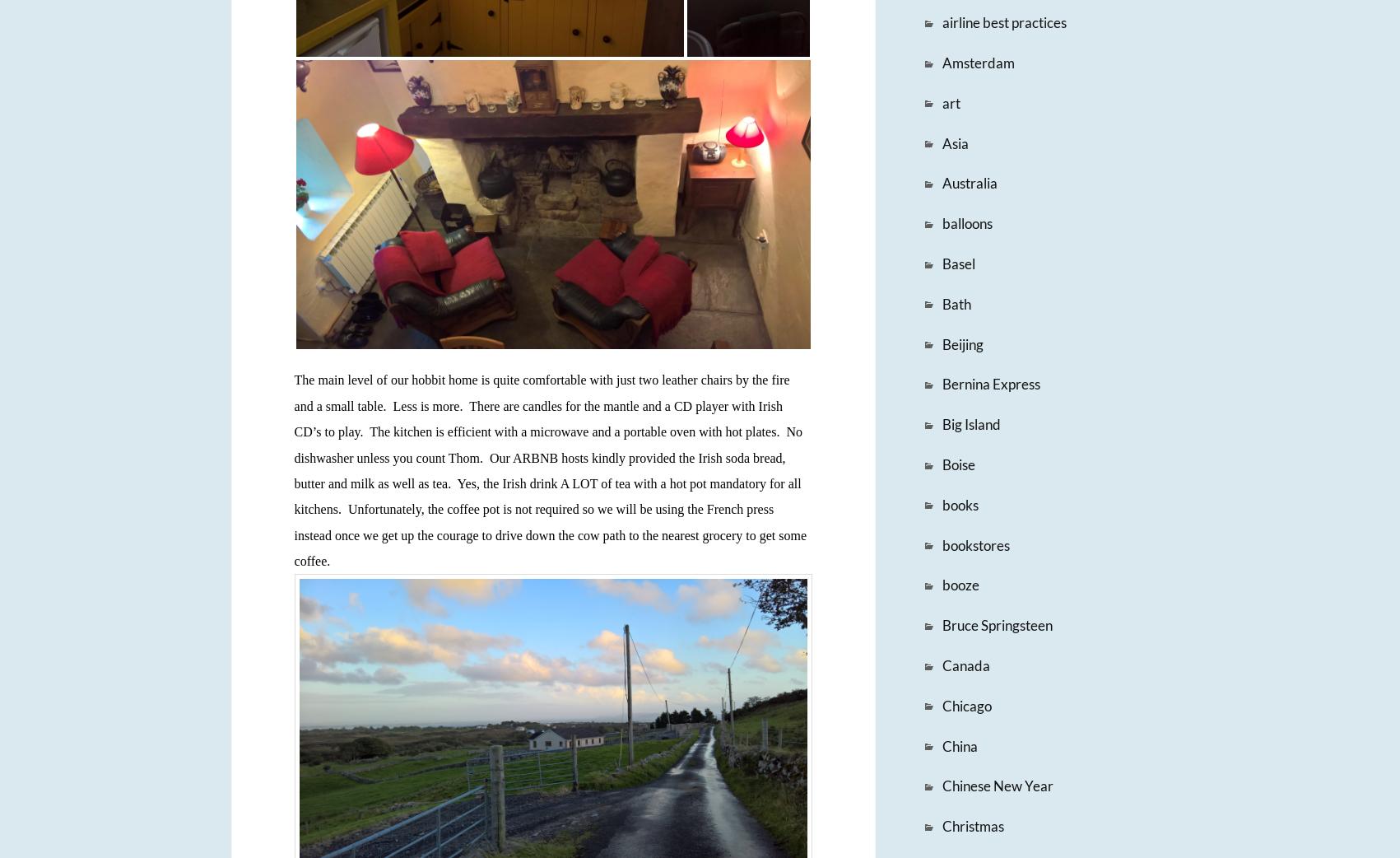 This screenshot has width=1400, height=858. What do you see at coordinates (971, 826) in the screenshot?
I see `'Christmas'` at bounding box center [971, 826].